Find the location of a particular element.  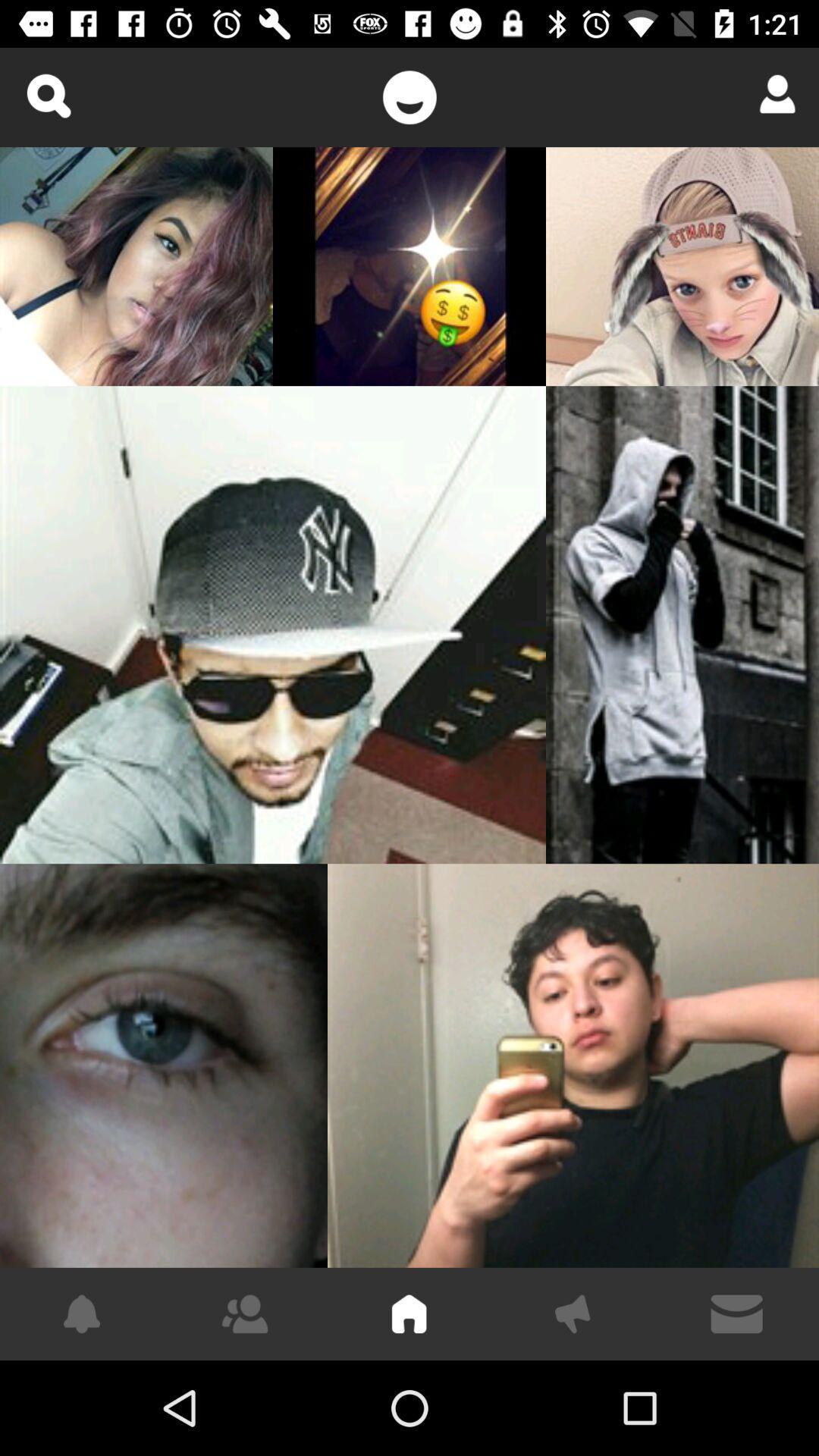

contact is located at coordinates (772, 93).